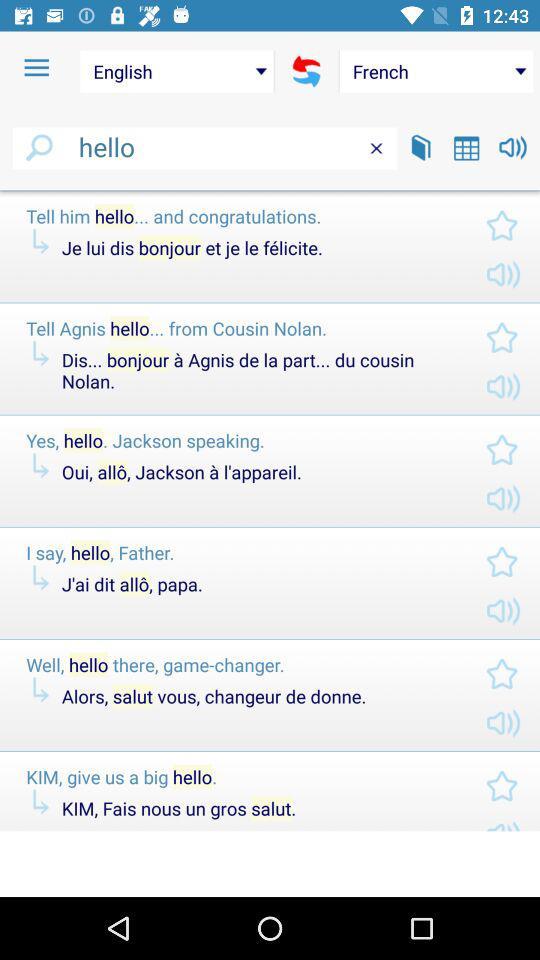 The width and height of the screenshot is (540, 960). What do you see at coordinates (306, 71) in the screenshot?
I see `refresh` at bounding box center [306, 71].